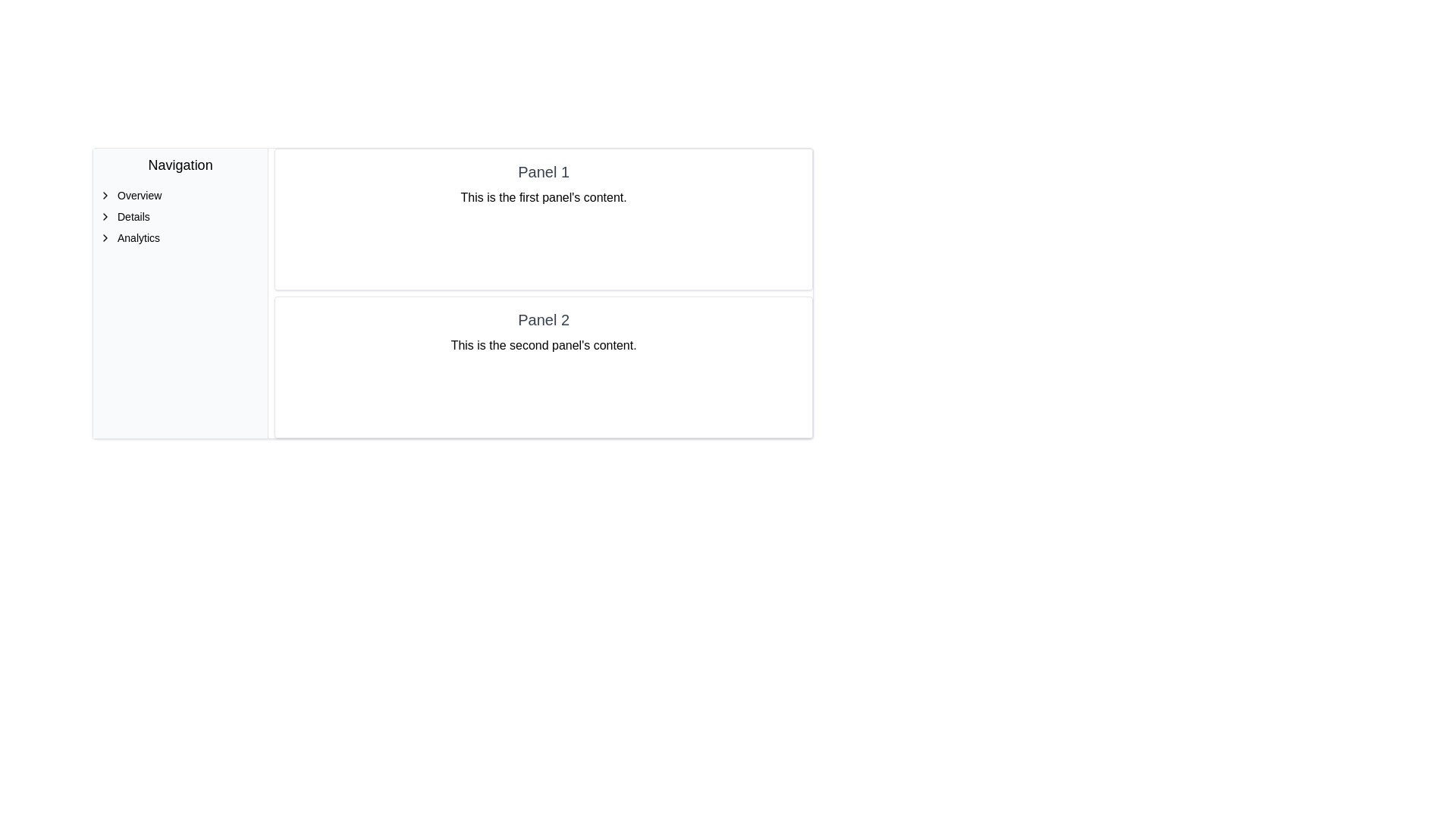  What do you see at coordinates (544, 197) in the screenshot?
I see `text from the element displaying 'This is the first panel's content.' located in the first panel below the header 'Panel 1'` at bounding box center [544, 197].